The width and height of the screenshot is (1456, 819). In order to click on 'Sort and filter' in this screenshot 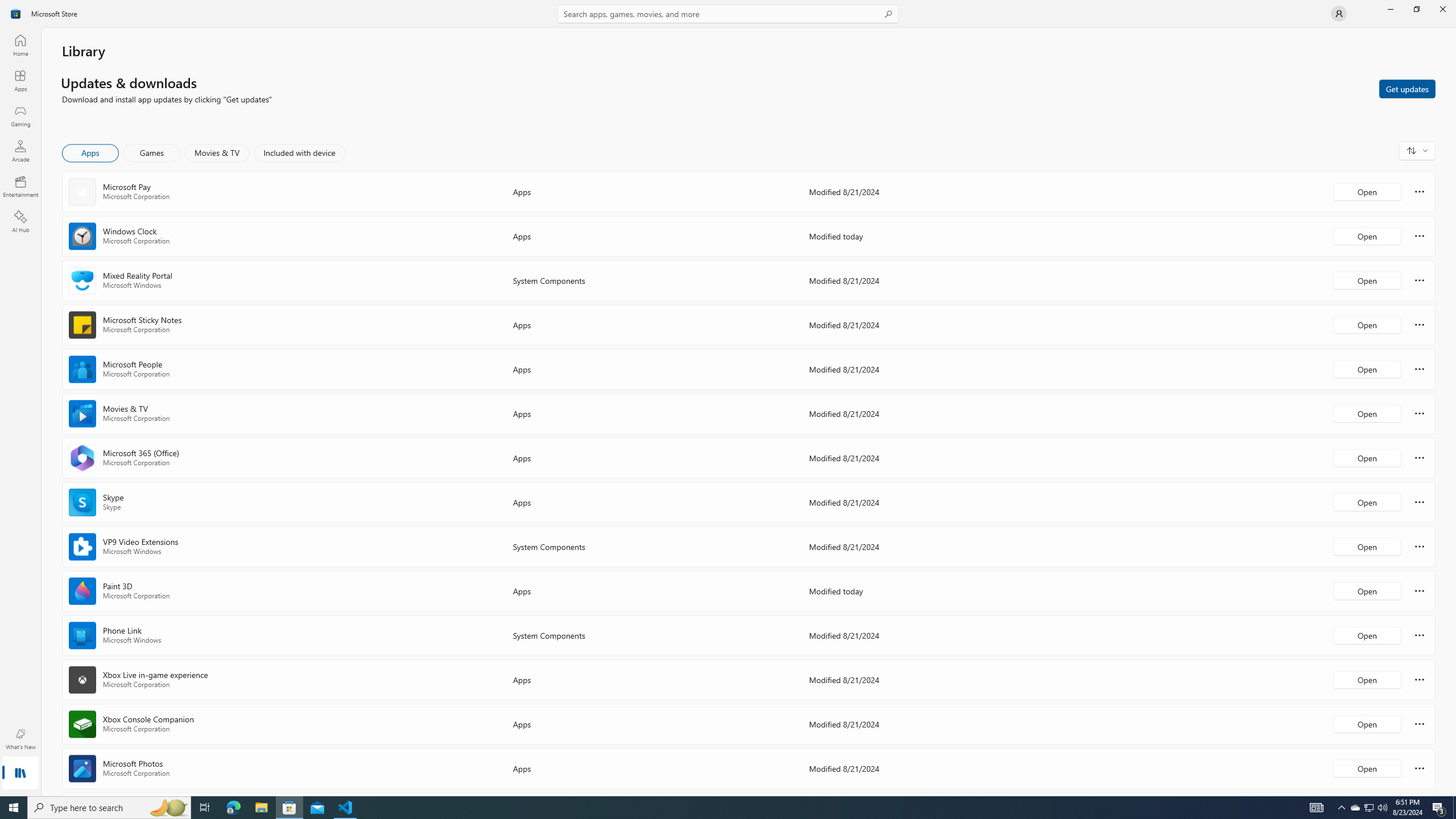, I will do `click(1417, 150)`.